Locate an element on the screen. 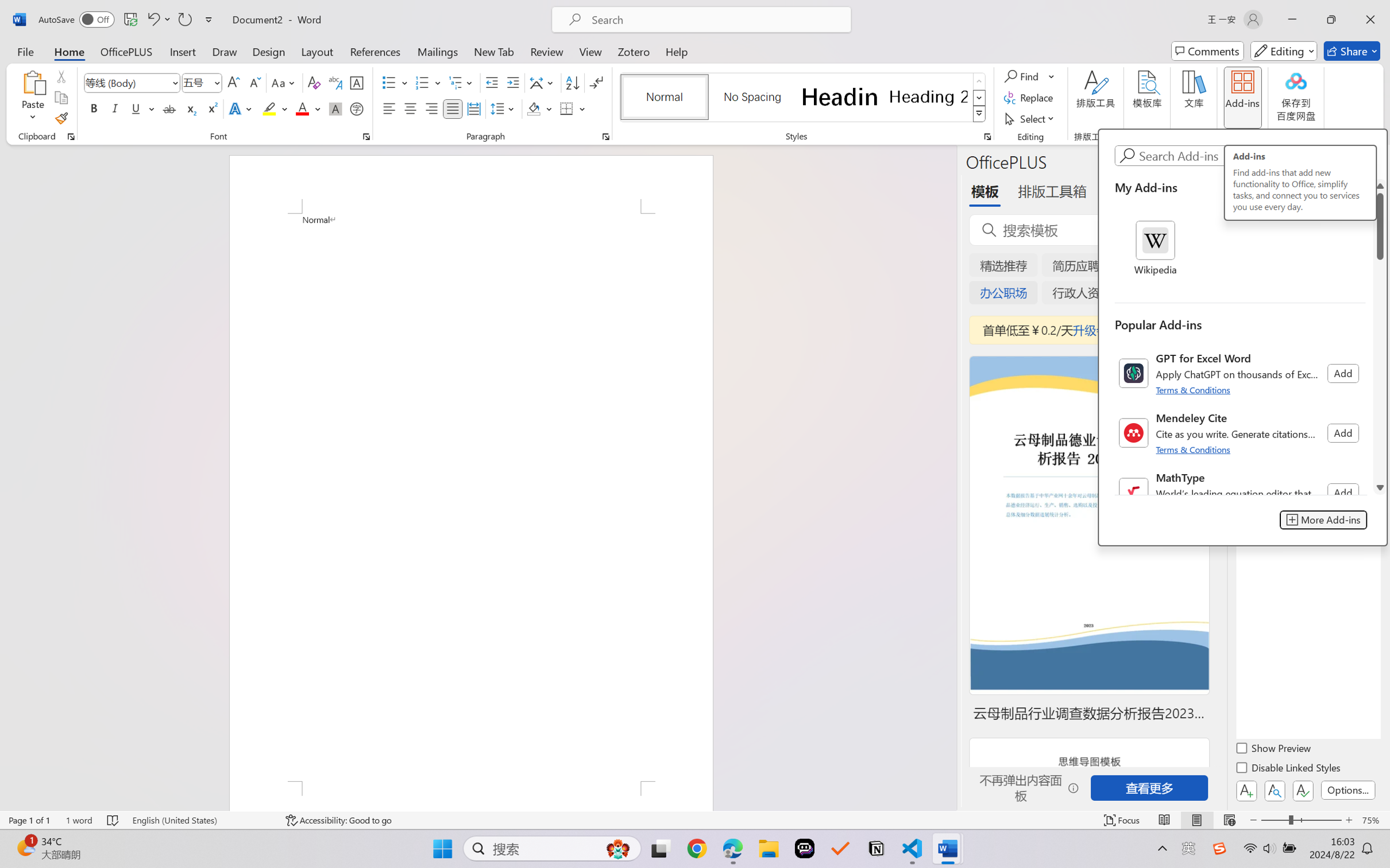 Image resolution: width=1390 pixels, height=868 pixels. 'Class: NetUIButton' is located at coordinates (1303, 790).